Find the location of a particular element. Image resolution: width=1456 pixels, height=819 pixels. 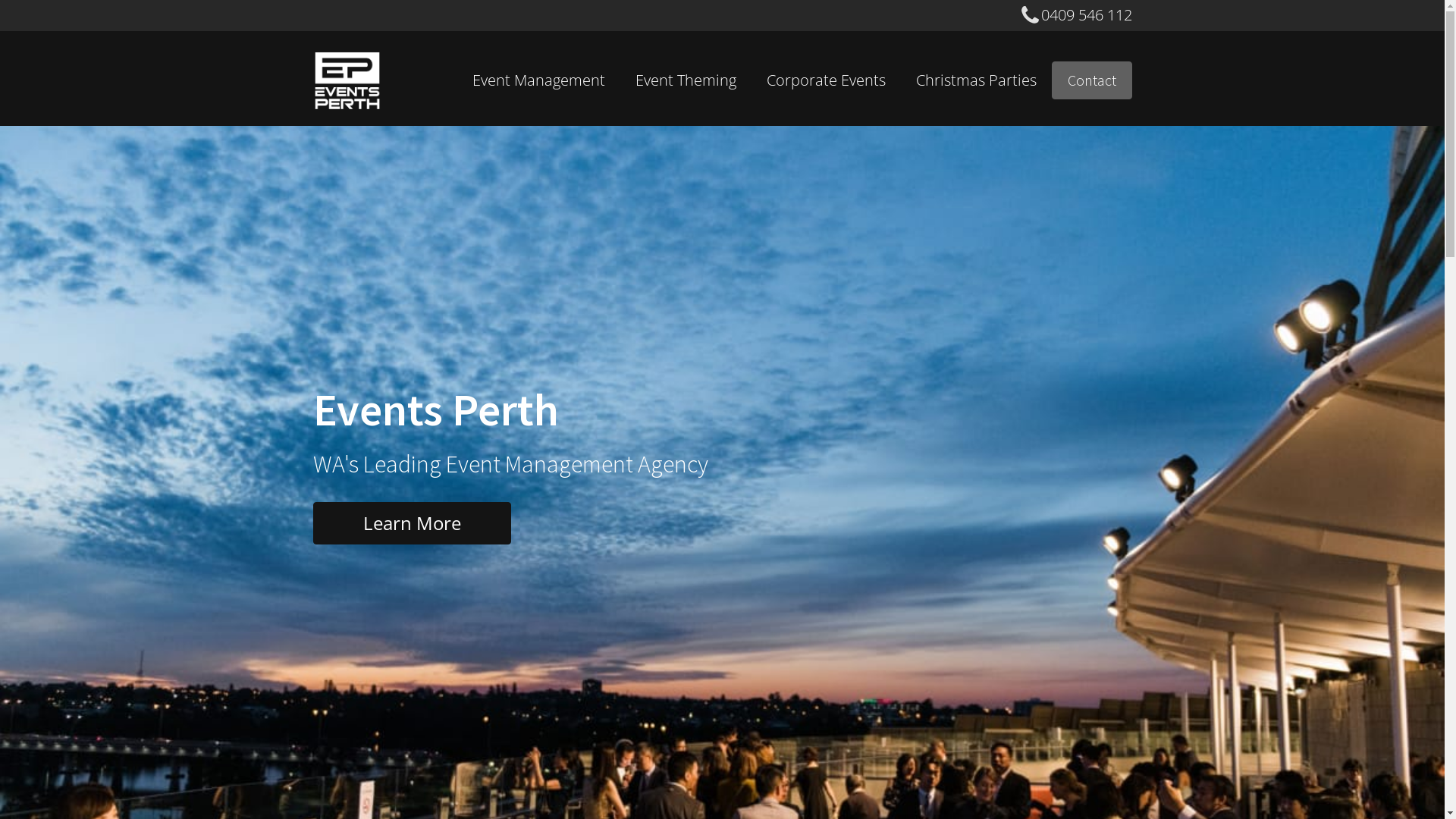

'Contact' is located at coordinates (1090, 80).